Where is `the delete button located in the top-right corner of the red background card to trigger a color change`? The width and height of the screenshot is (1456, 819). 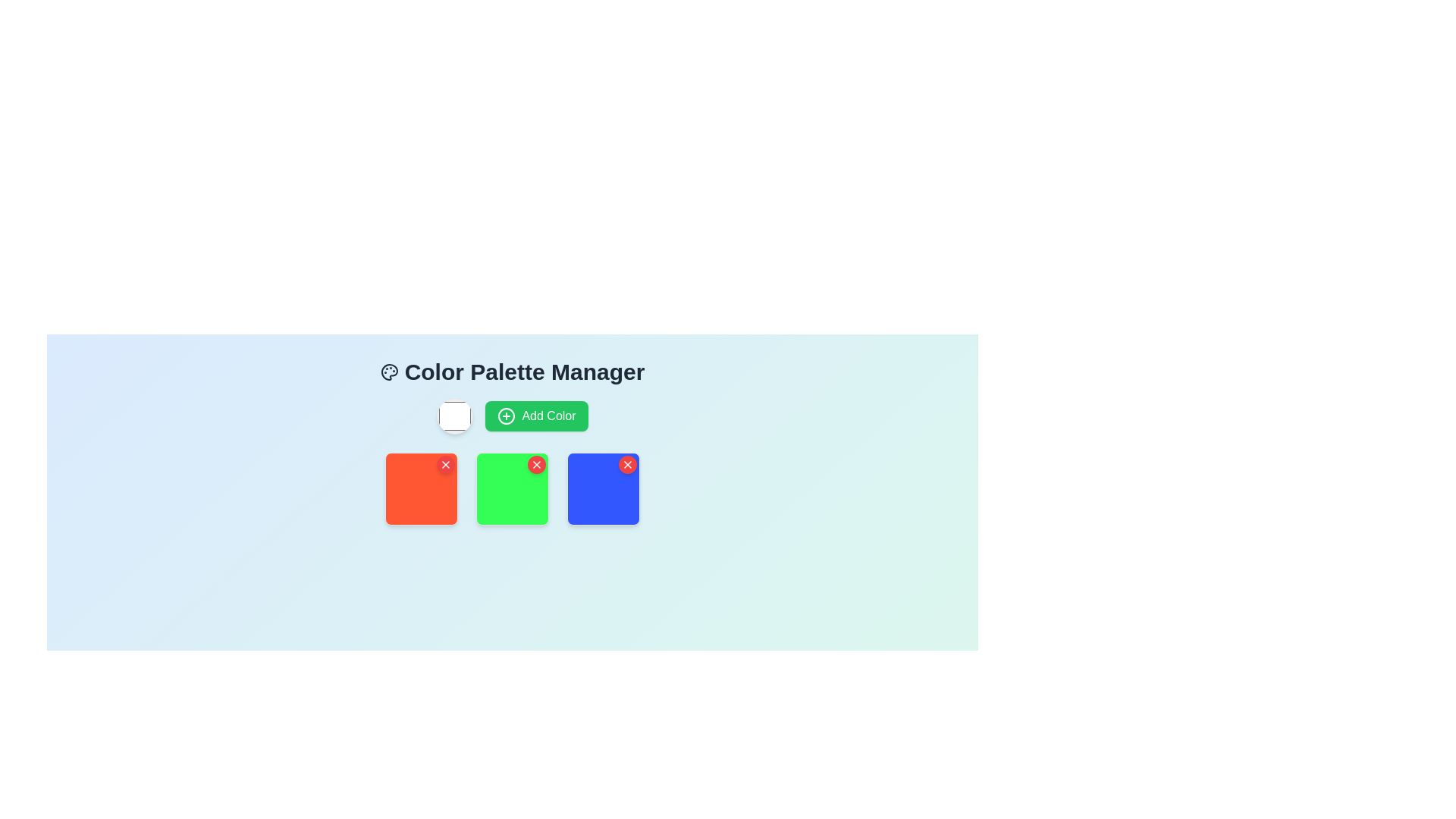
the delete button located in the top-right corner of the red background card to trigger a color change is located at coordinates (445, 464).